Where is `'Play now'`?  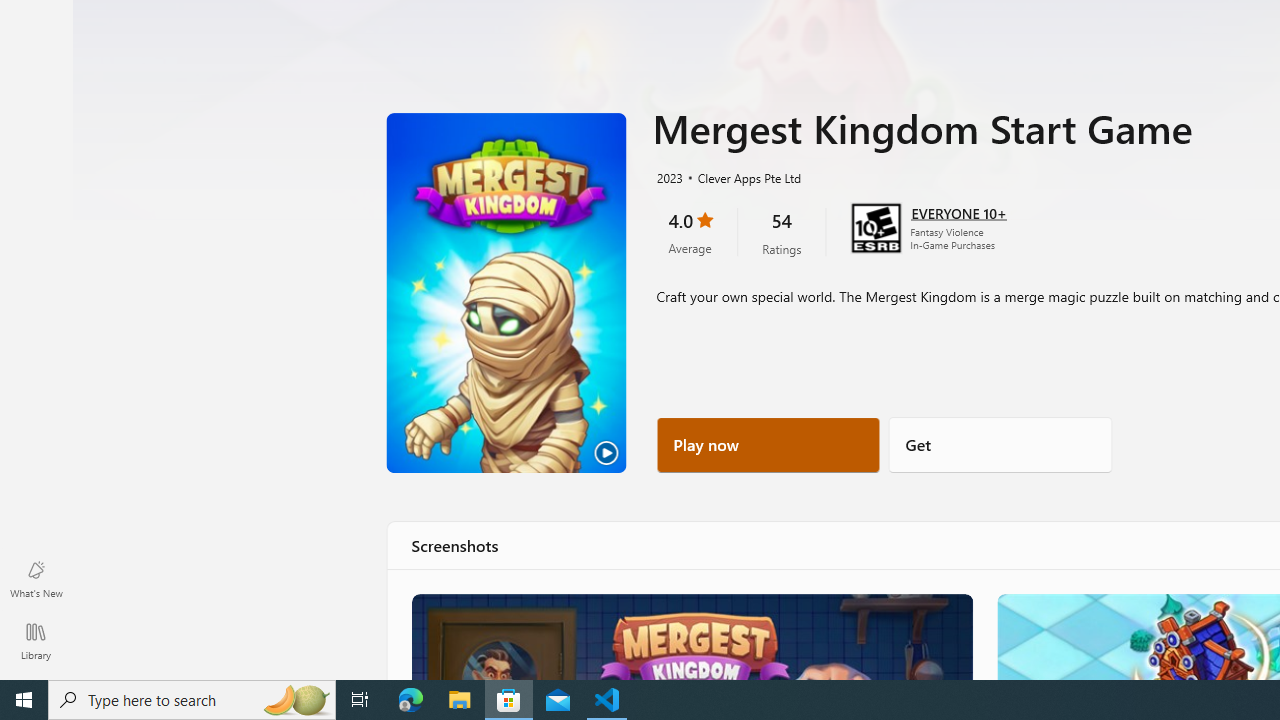 'Play now' is located at coordinates (767, 443).